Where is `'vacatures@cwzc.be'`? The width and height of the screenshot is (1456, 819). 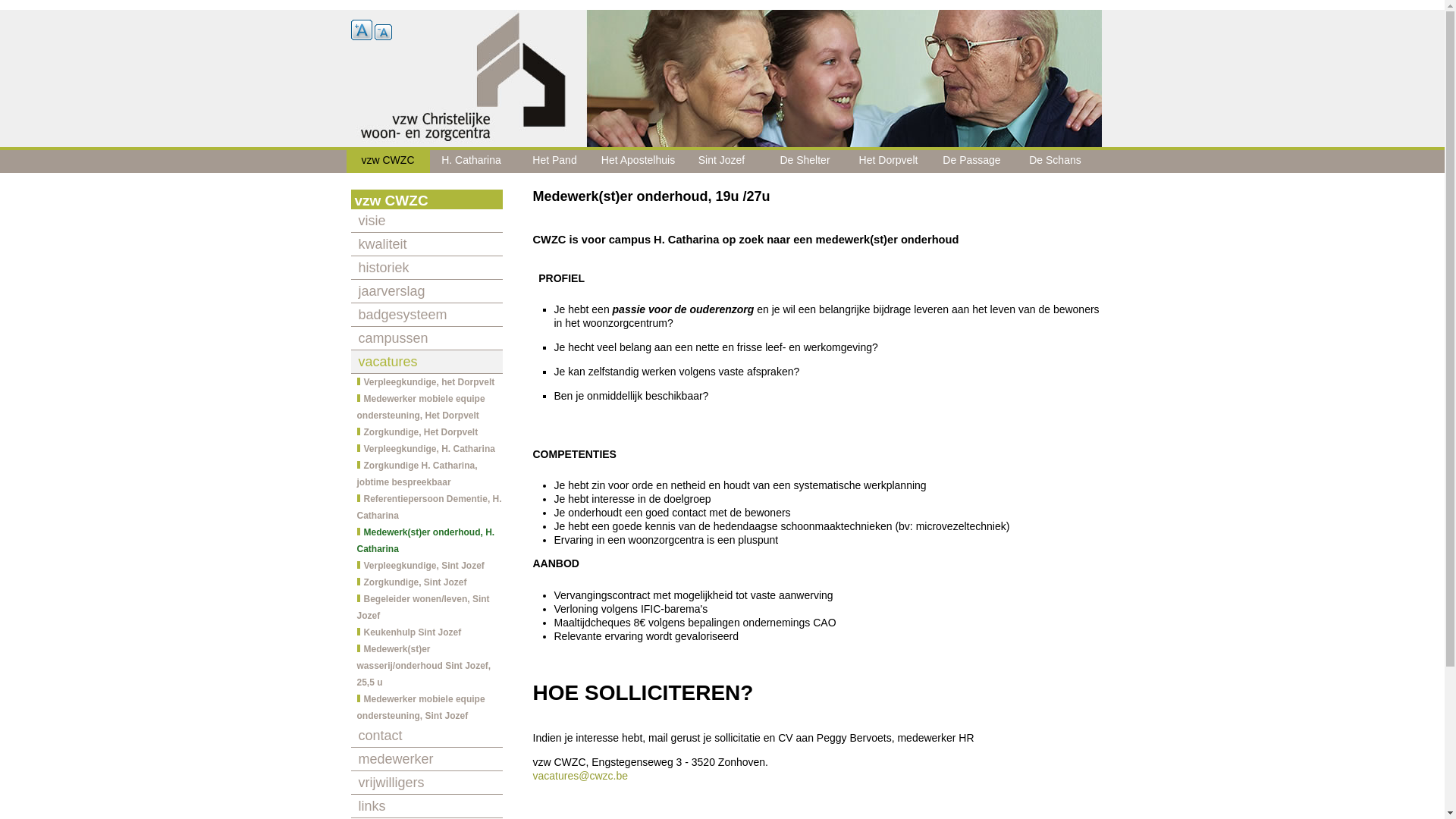
'vacatures@cwzc.be' is located at coordinates (579, 775).